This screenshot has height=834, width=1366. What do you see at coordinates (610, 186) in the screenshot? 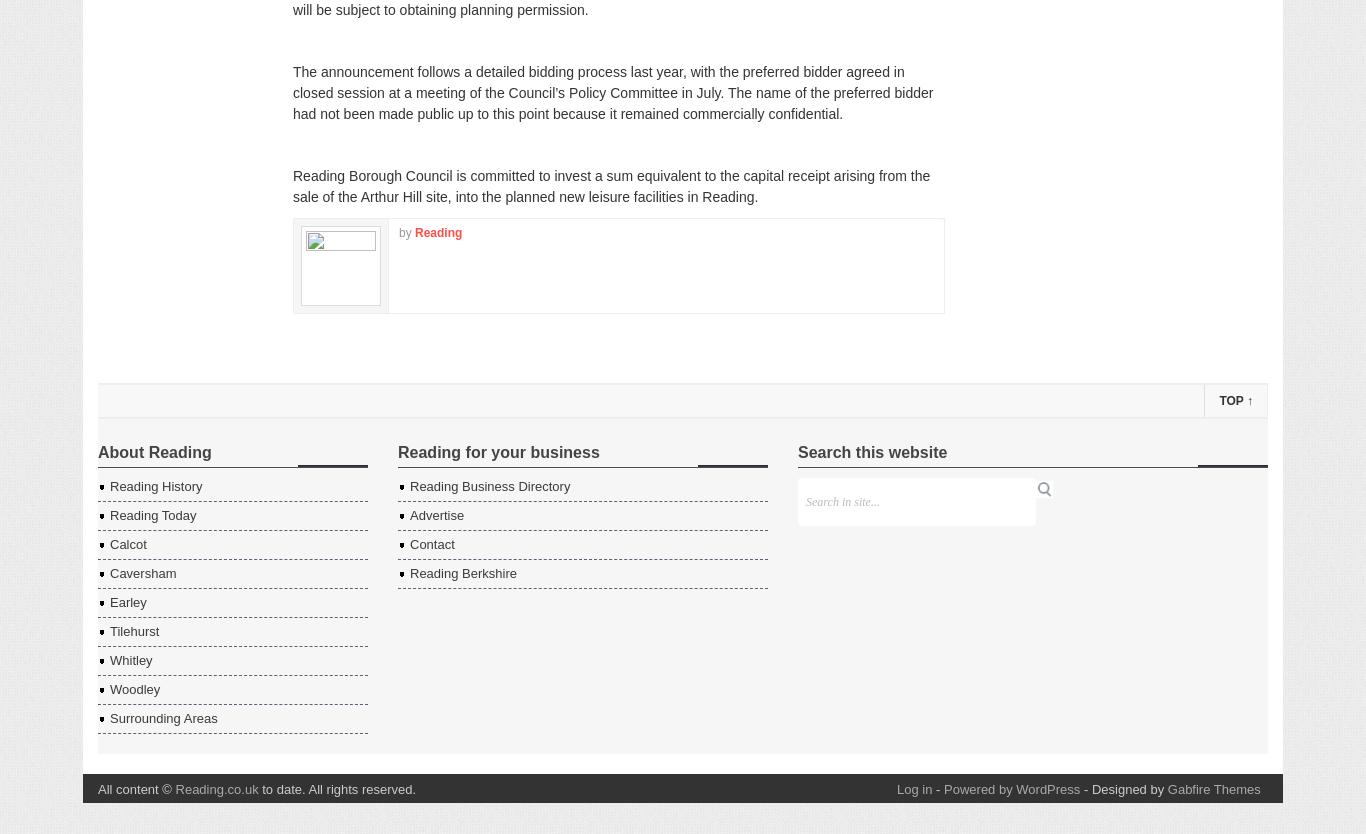
I see `'Reading Borough Council is committed to invest a sum equivalent to the capital receipt arising from the sale of the Arthur Hill site, into the planned new leisure facilities in Reading.'` at bounding box center [610, 186].